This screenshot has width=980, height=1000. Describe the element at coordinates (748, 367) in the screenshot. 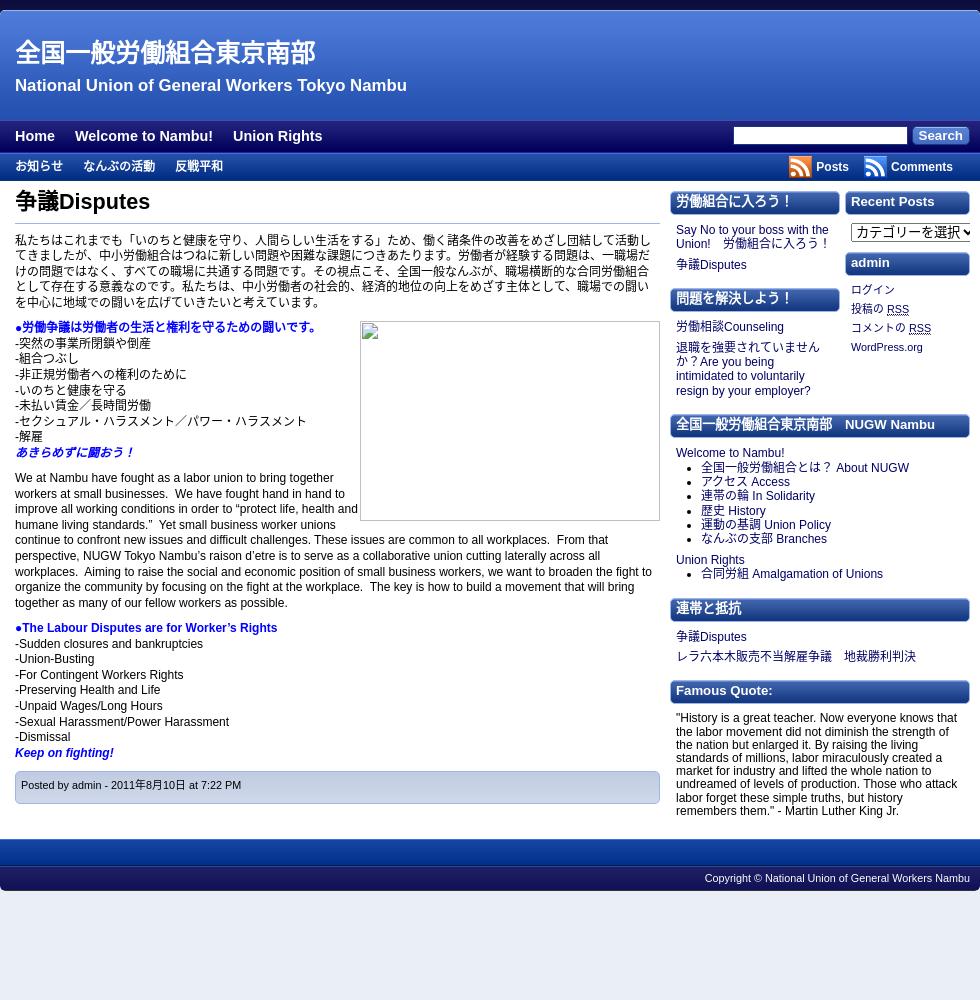

I see `'退職を強要されていませんか？Are you being intimidated to voluntarily resign by your employer?'` at that location.